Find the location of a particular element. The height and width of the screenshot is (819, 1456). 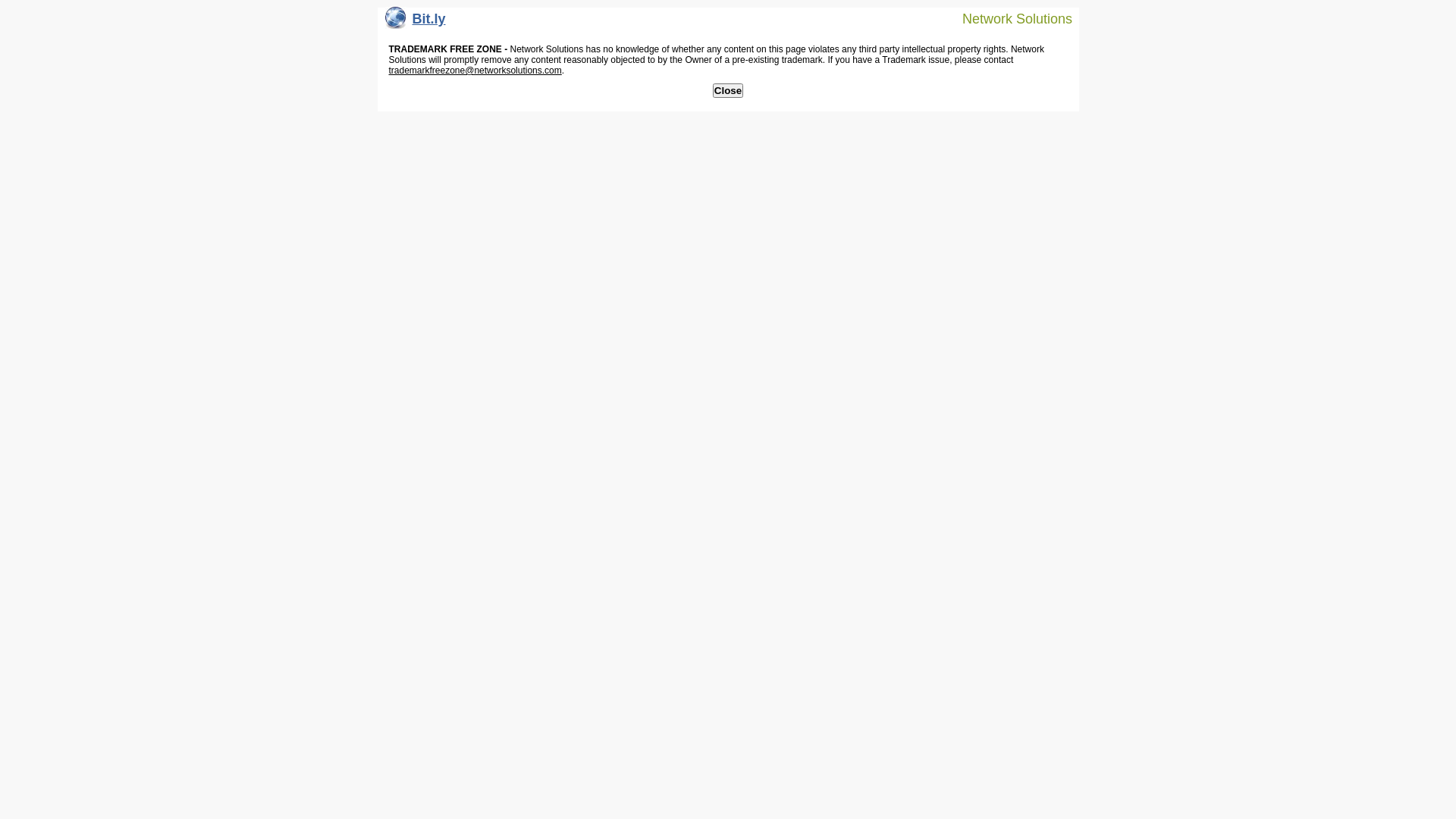

'Close' is located at coordinates (728, 90).